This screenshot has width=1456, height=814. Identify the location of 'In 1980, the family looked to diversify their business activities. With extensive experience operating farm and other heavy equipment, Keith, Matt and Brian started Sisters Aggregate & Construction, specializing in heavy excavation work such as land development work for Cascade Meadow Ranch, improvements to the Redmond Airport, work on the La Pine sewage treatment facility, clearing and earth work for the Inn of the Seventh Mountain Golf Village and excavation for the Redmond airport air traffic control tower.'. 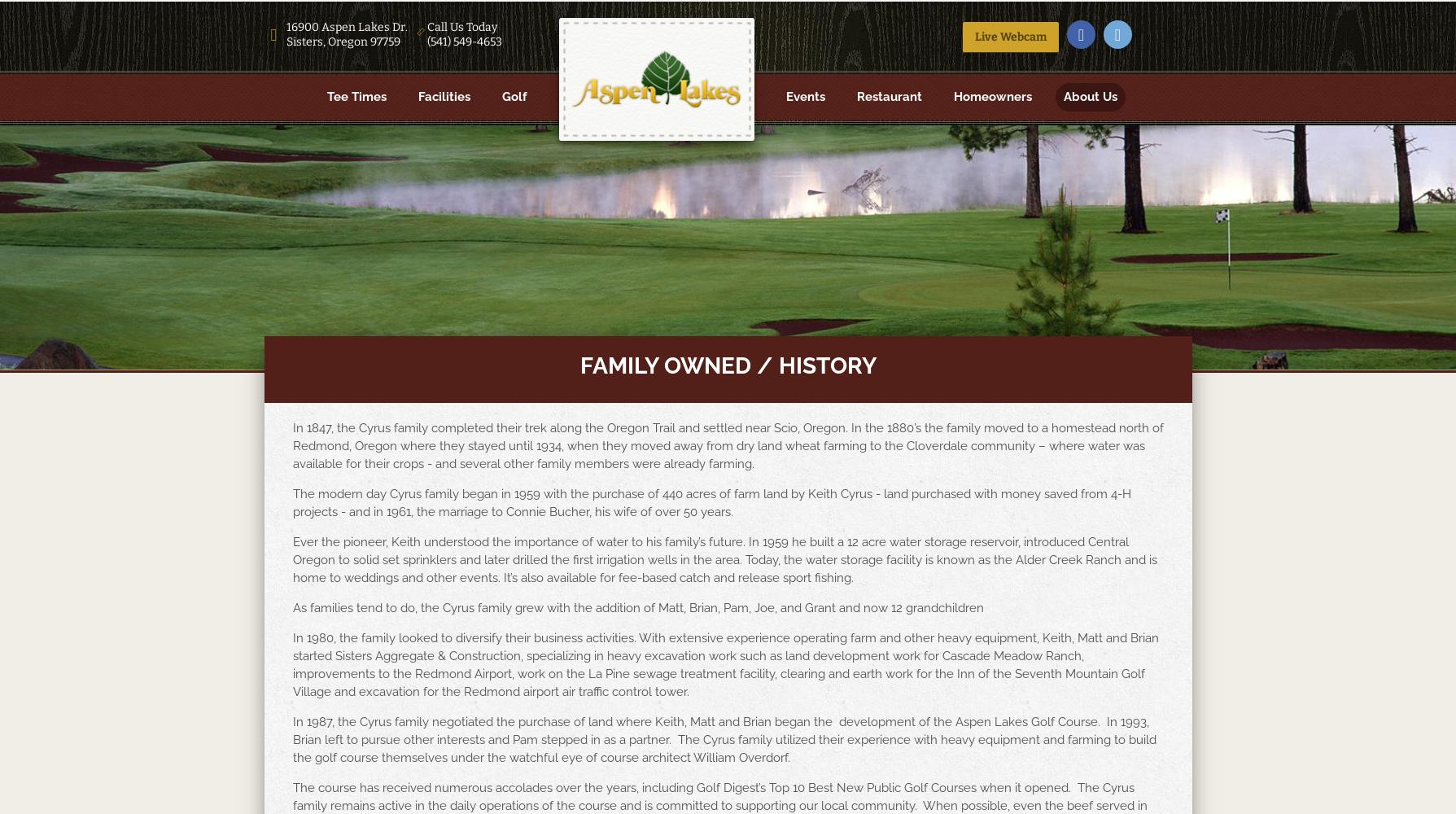
(291, 664).